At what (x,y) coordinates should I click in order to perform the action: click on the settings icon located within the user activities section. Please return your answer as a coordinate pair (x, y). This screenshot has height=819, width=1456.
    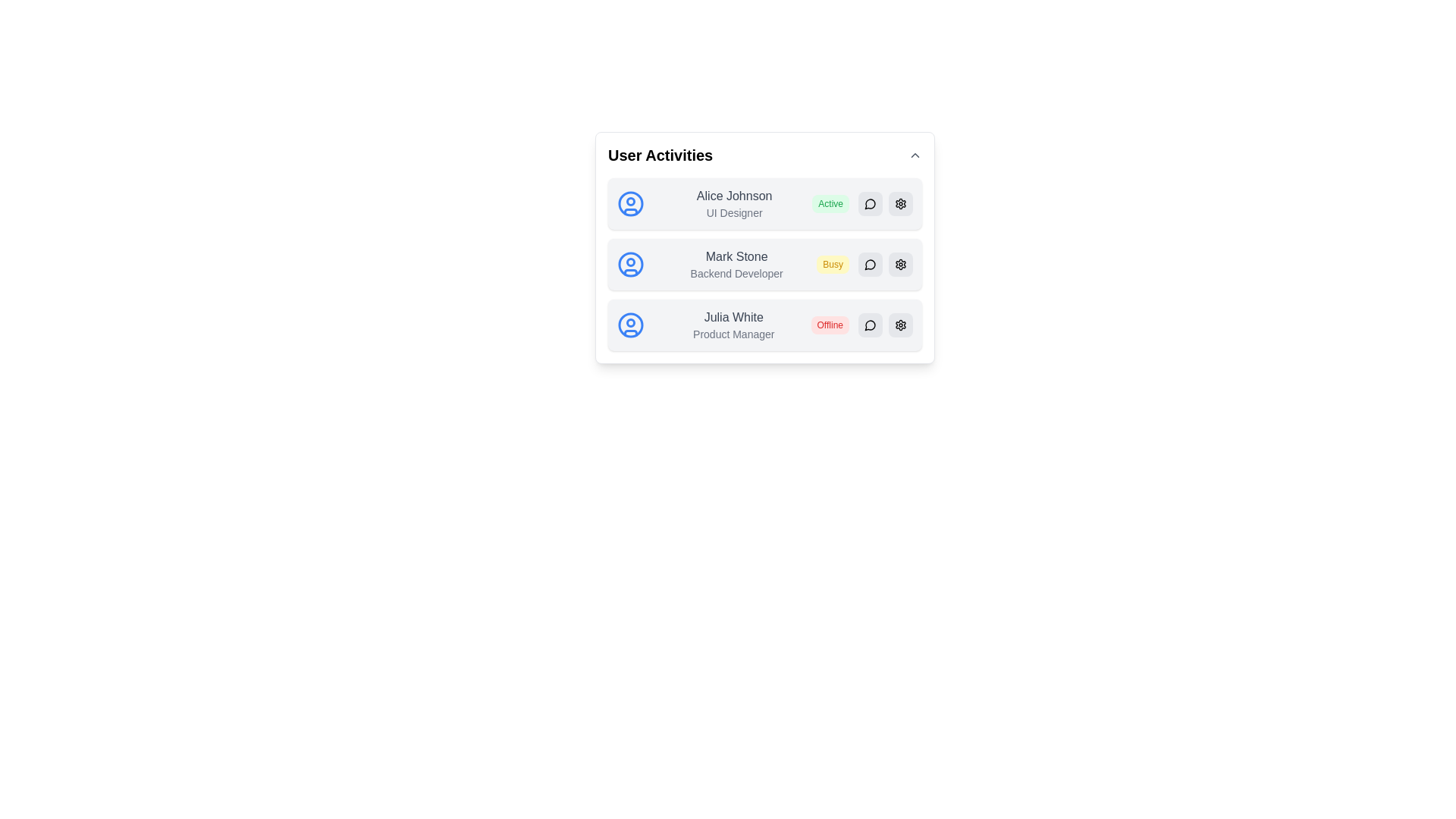
    Looking at the image, I should click on (901, 203).